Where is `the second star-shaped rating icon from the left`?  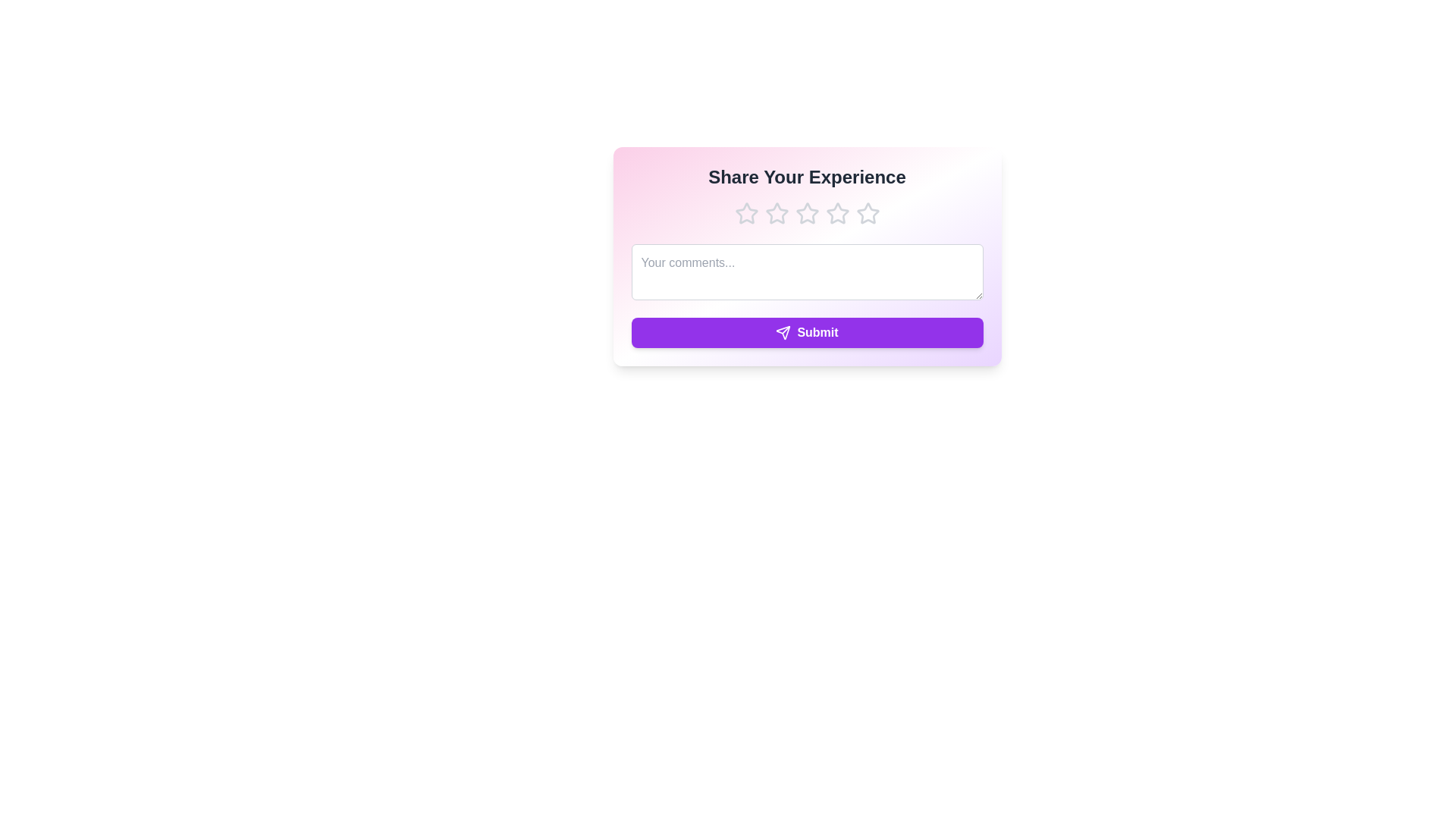 the second star-shaped rating icon from the left is located at coordinates (776, 213).